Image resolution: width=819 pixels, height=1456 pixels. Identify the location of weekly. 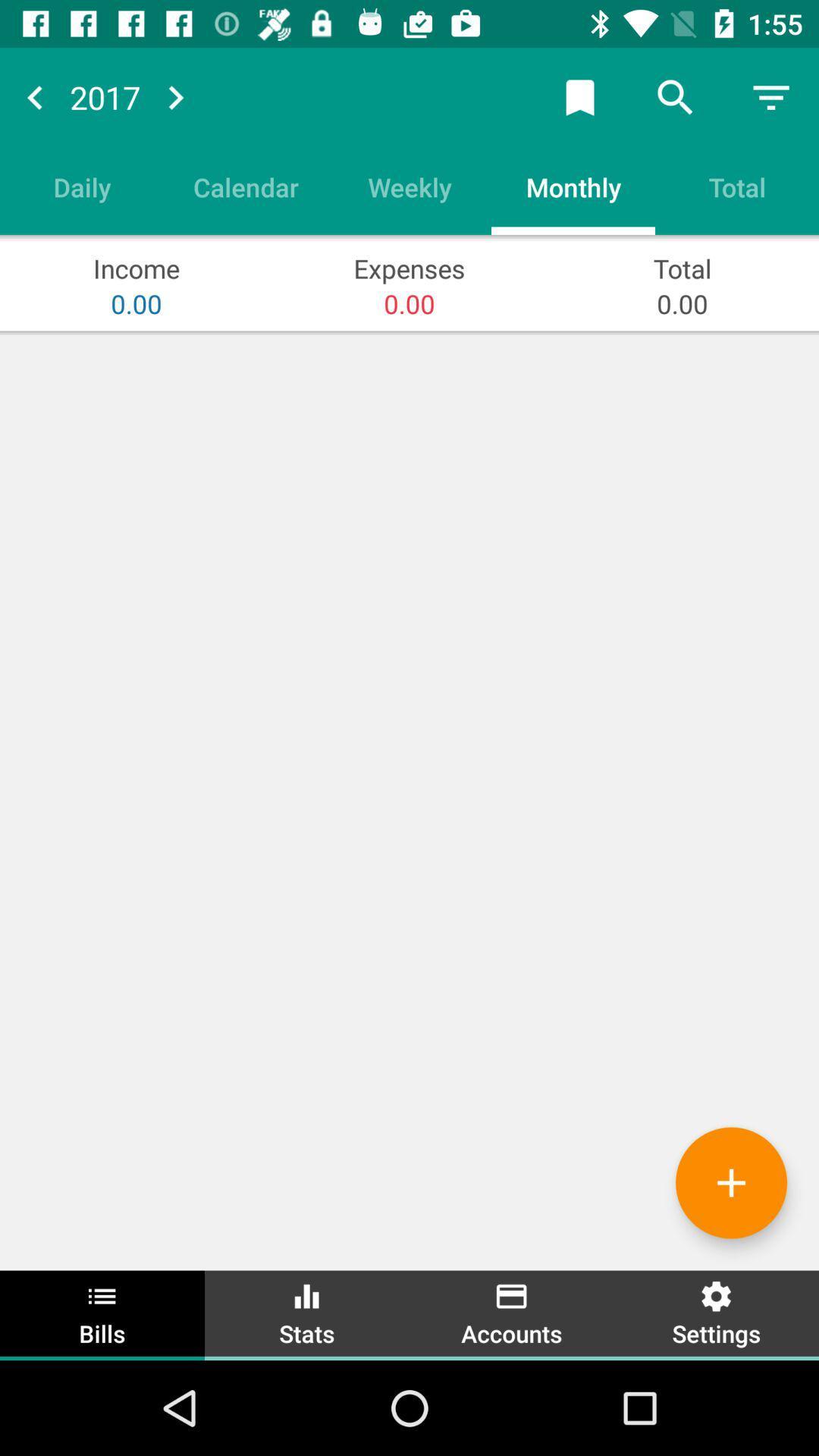
(409, 186).